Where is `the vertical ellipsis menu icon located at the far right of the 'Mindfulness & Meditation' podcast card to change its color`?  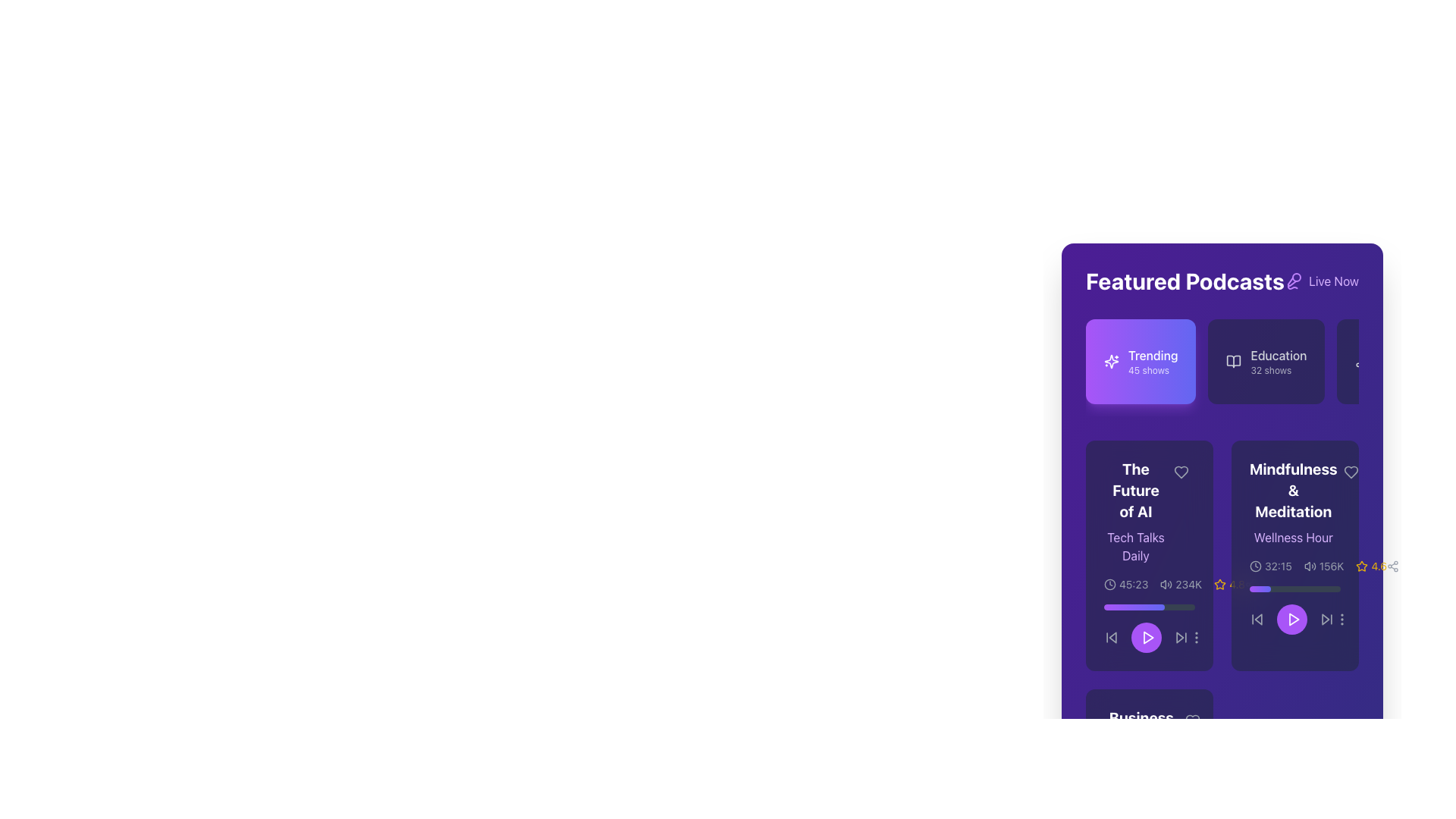
the vertical ellipsis menu icon located at the far right of the 'Mindfulness & Meditation' podcast card to change its color is located at coordinates (1196, 637).